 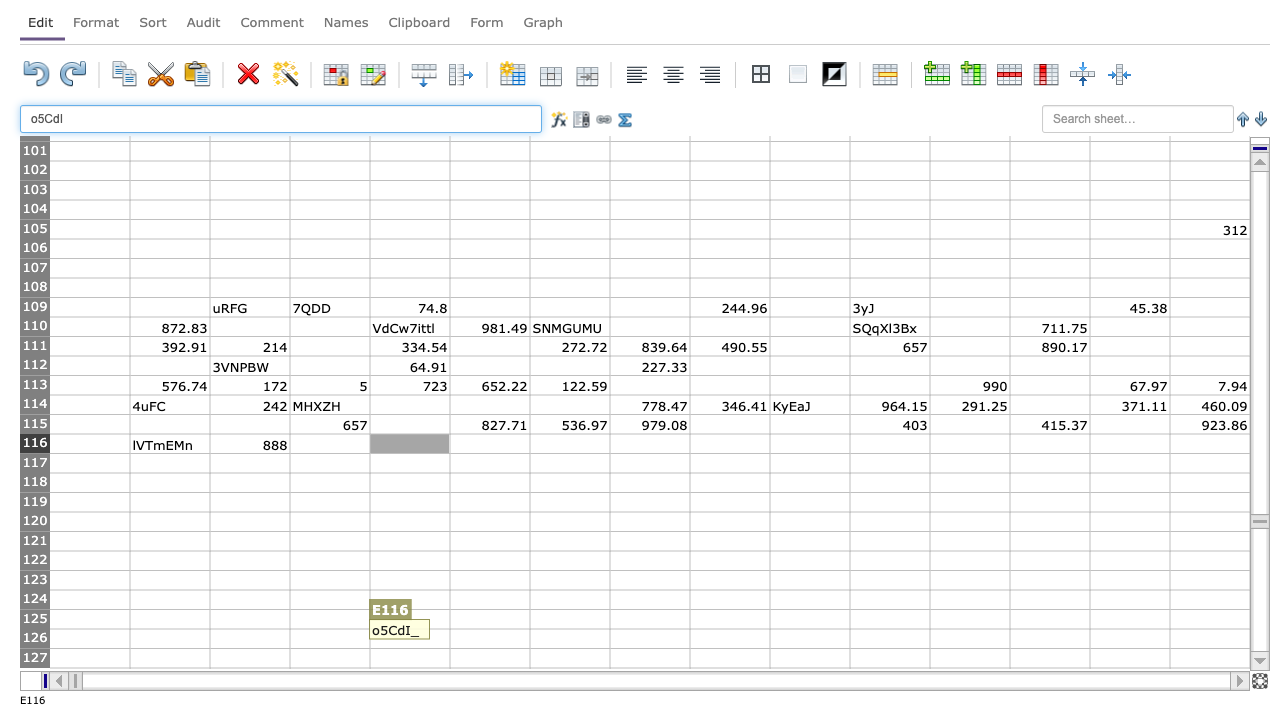 What do you see at coordinates (489, 638) in the screenshot?
I see `F126` at bounding box center [489, 638].